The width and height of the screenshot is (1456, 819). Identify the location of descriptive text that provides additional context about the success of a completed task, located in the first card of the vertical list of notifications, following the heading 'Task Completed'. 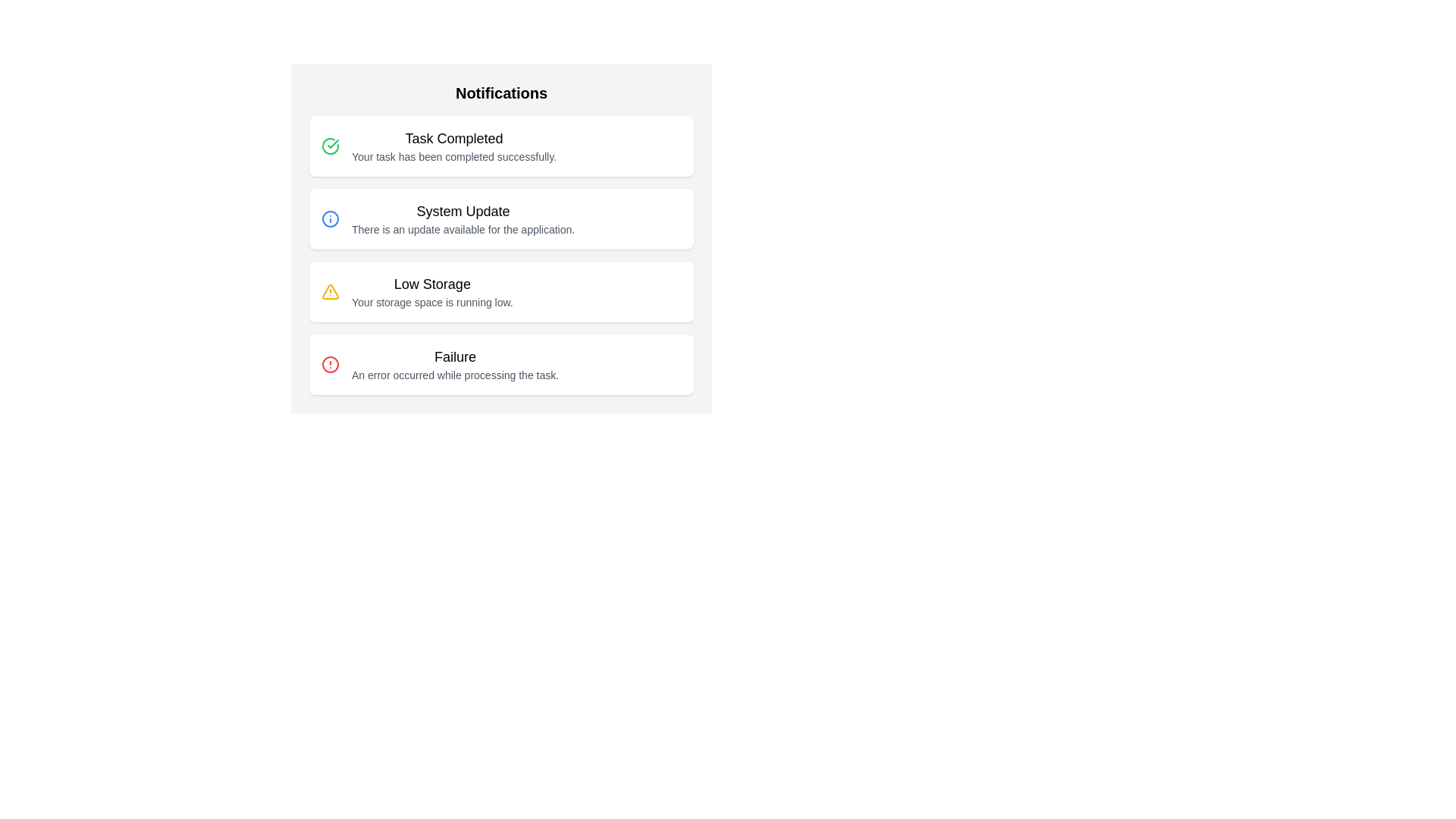
(453, 157).